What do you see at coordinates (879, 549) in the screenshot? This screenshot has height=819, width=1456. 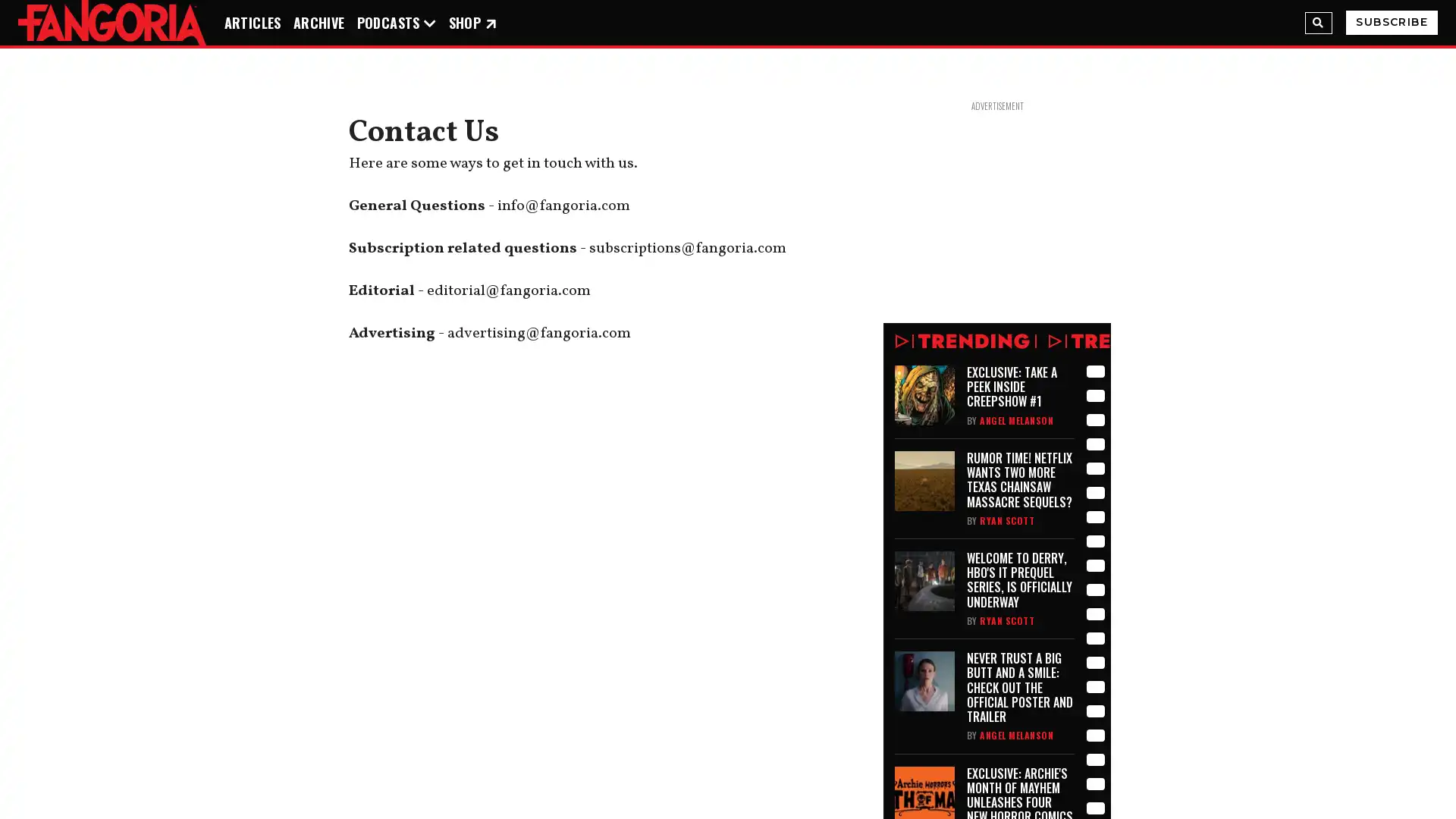 I see `Close form` at bounding box center [879, 549].